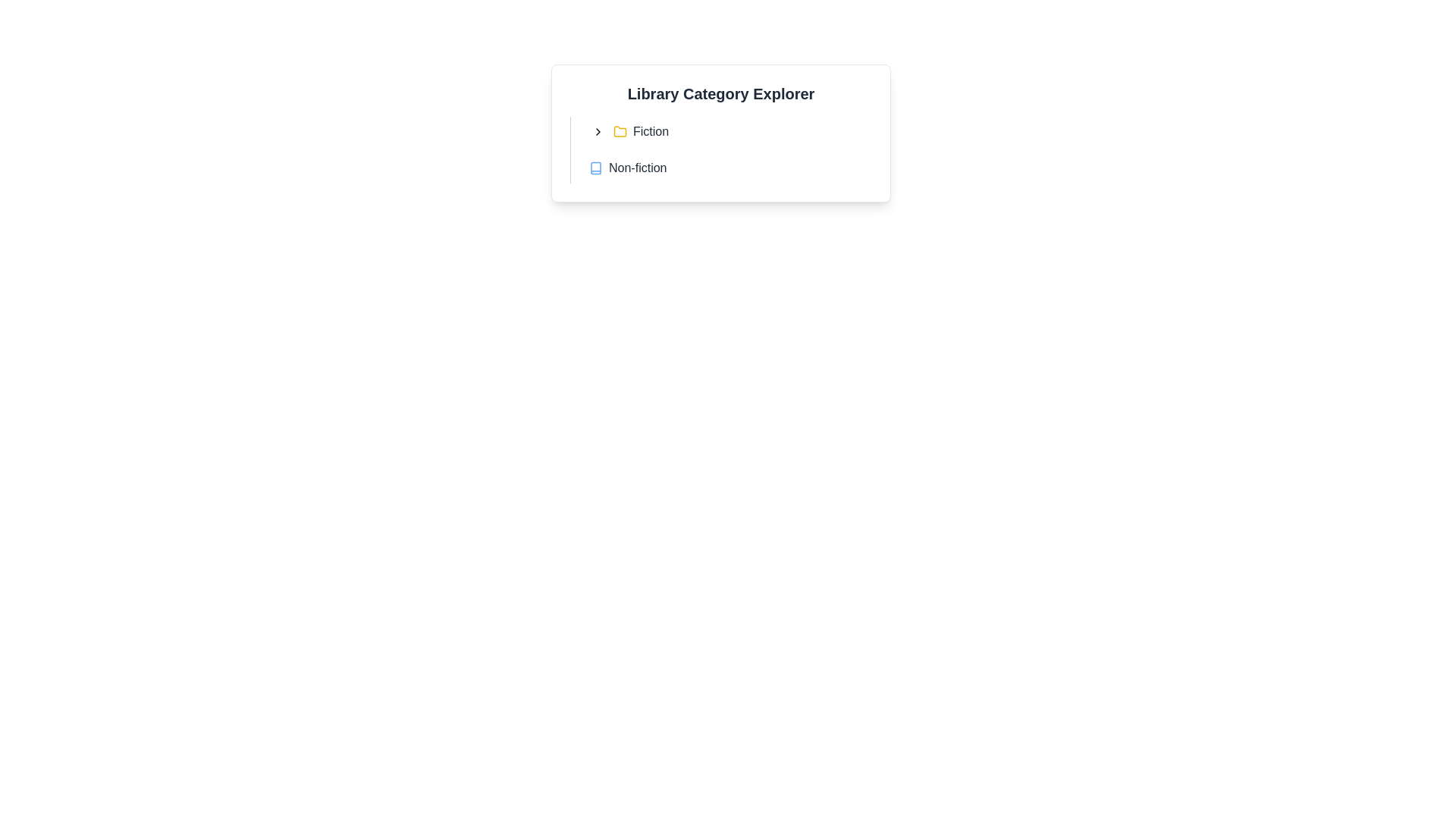 The width and height of the screenshot is (1456, 819). I want to click on the open book icon with a blue tint located to the left of the 'Non-fiction' text label, so click(595, 168).